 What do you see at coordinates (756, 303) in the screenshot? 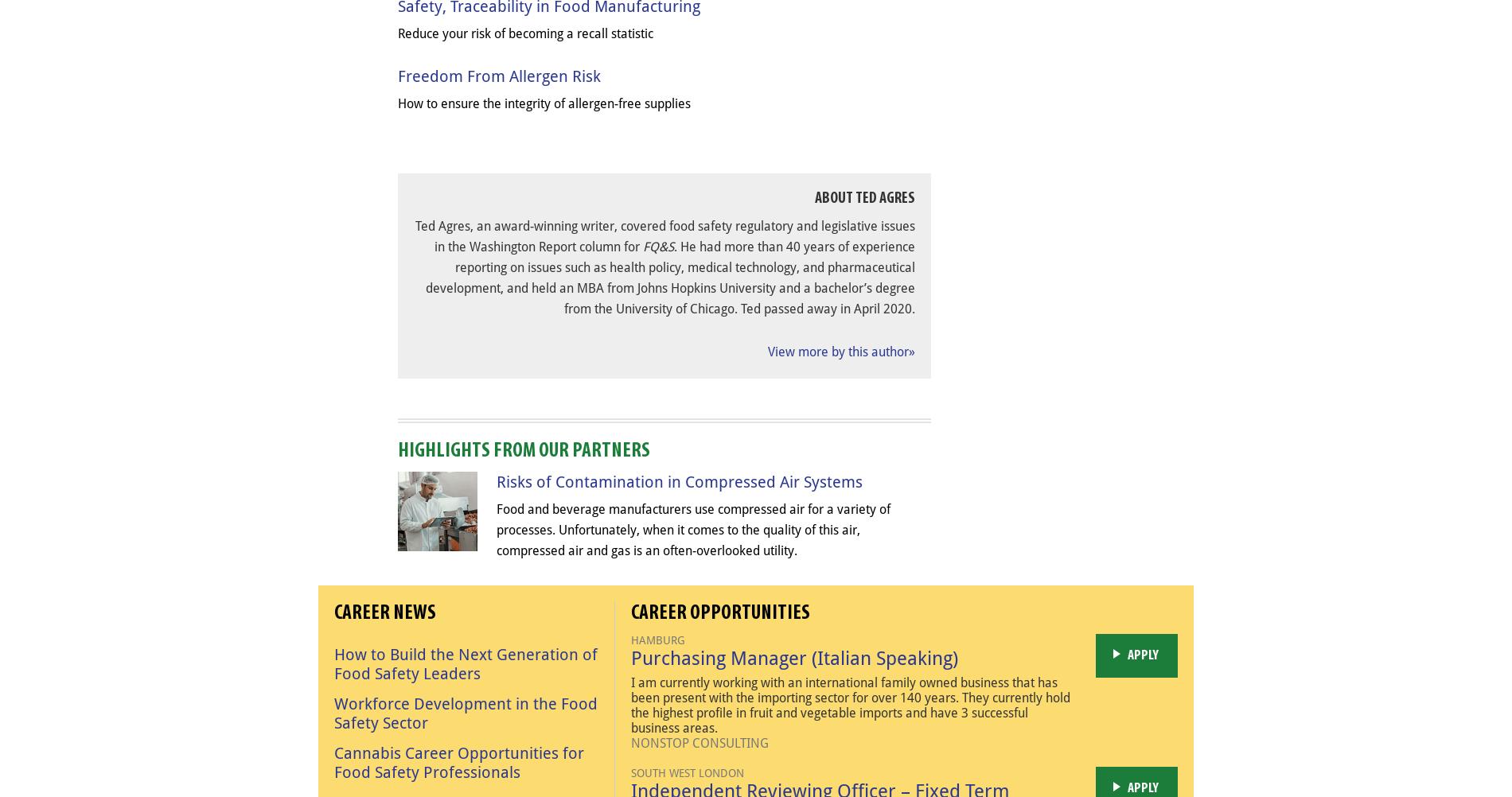
I see `'Sennett said in a statement.'` at bounding box center [756, 303].